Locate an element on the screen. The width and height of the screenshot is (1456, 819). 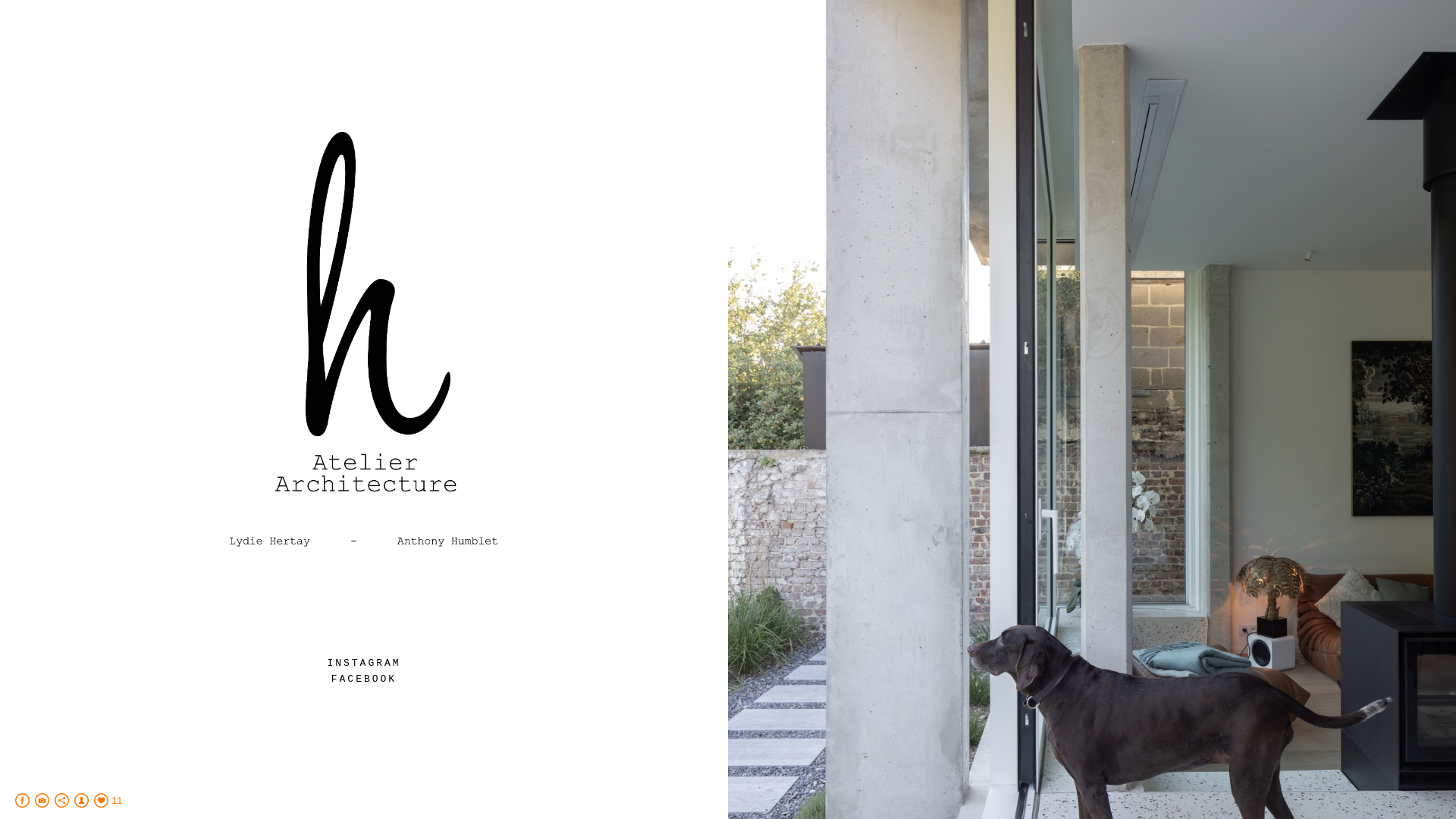
'INSTAGRAM' is located at coordinates (362, 662).